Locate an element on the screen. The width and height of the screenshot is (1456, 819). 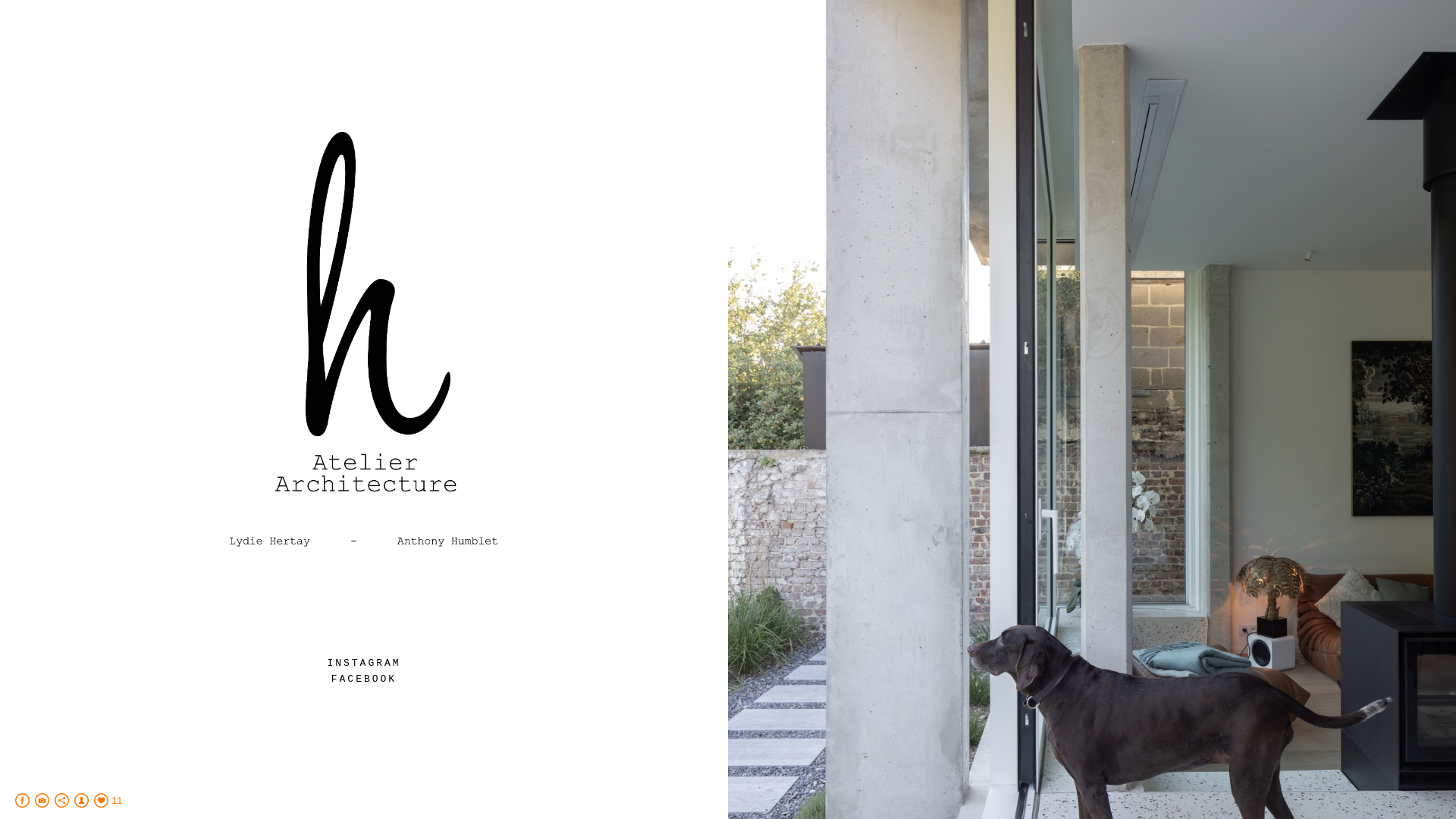
'INSTAGRAM' is located at coordinates (362, 662).